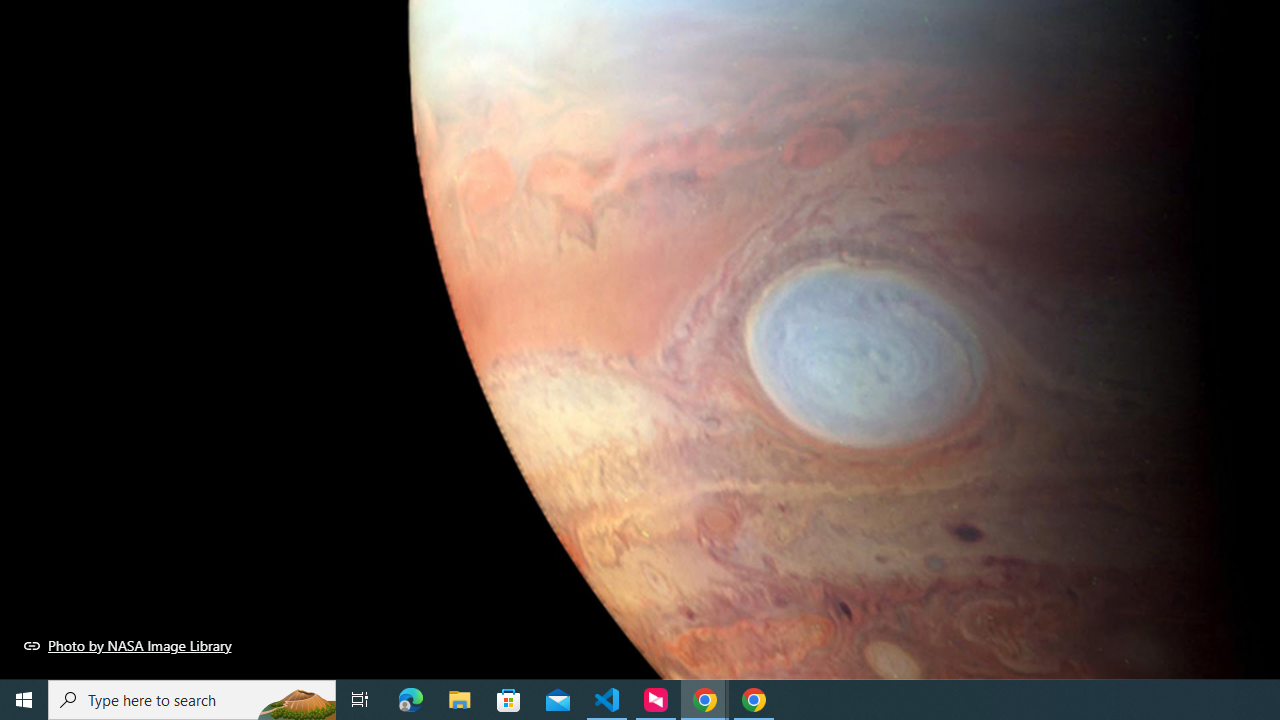  Describe the element at coordinates (127, 645) in the screenshot. I see `'Photo by NASA Image Library'` at that location.